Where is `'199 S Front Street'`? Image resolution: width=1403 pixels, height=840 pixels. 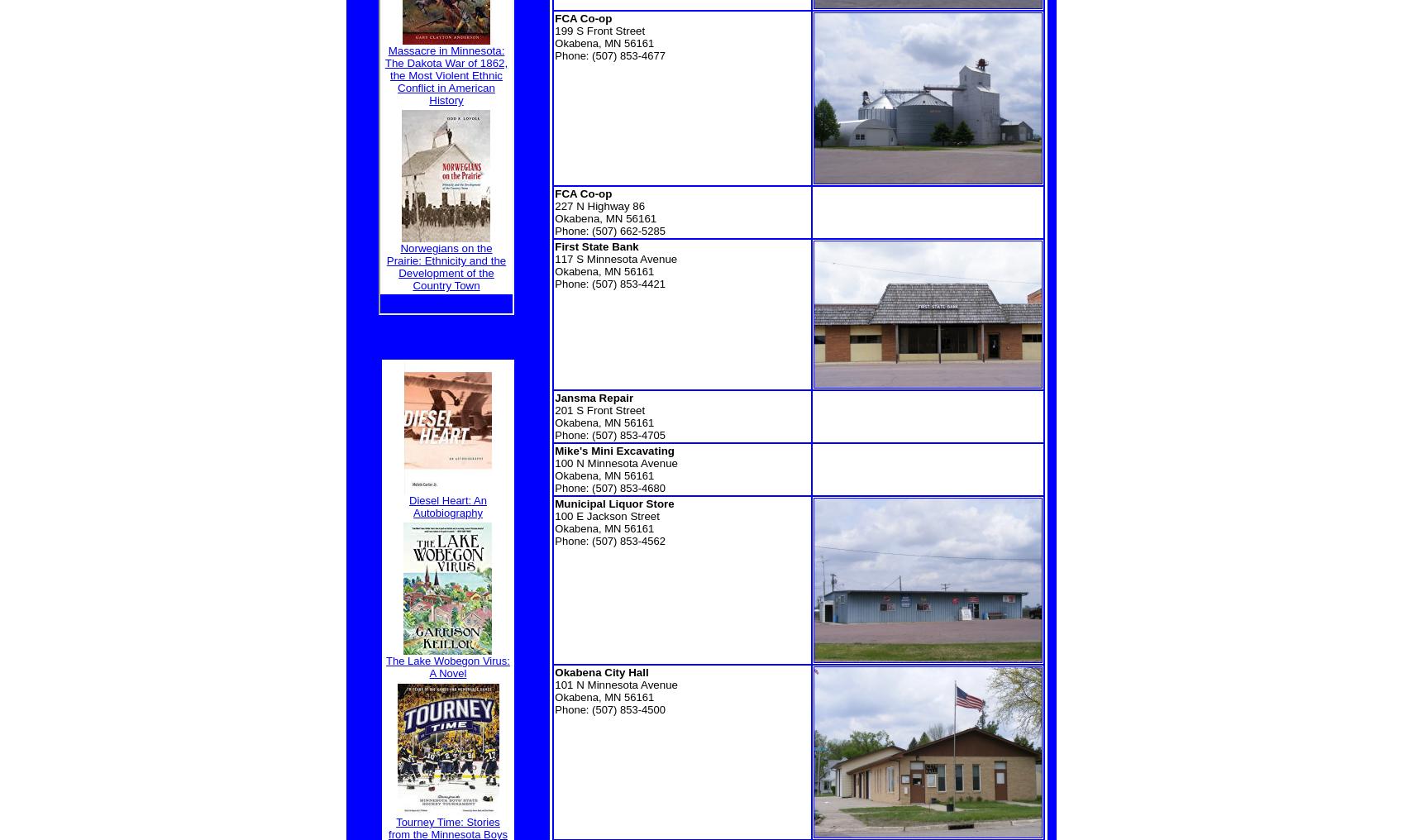
'199 S Front Street' is located at coordinates (599, 30).